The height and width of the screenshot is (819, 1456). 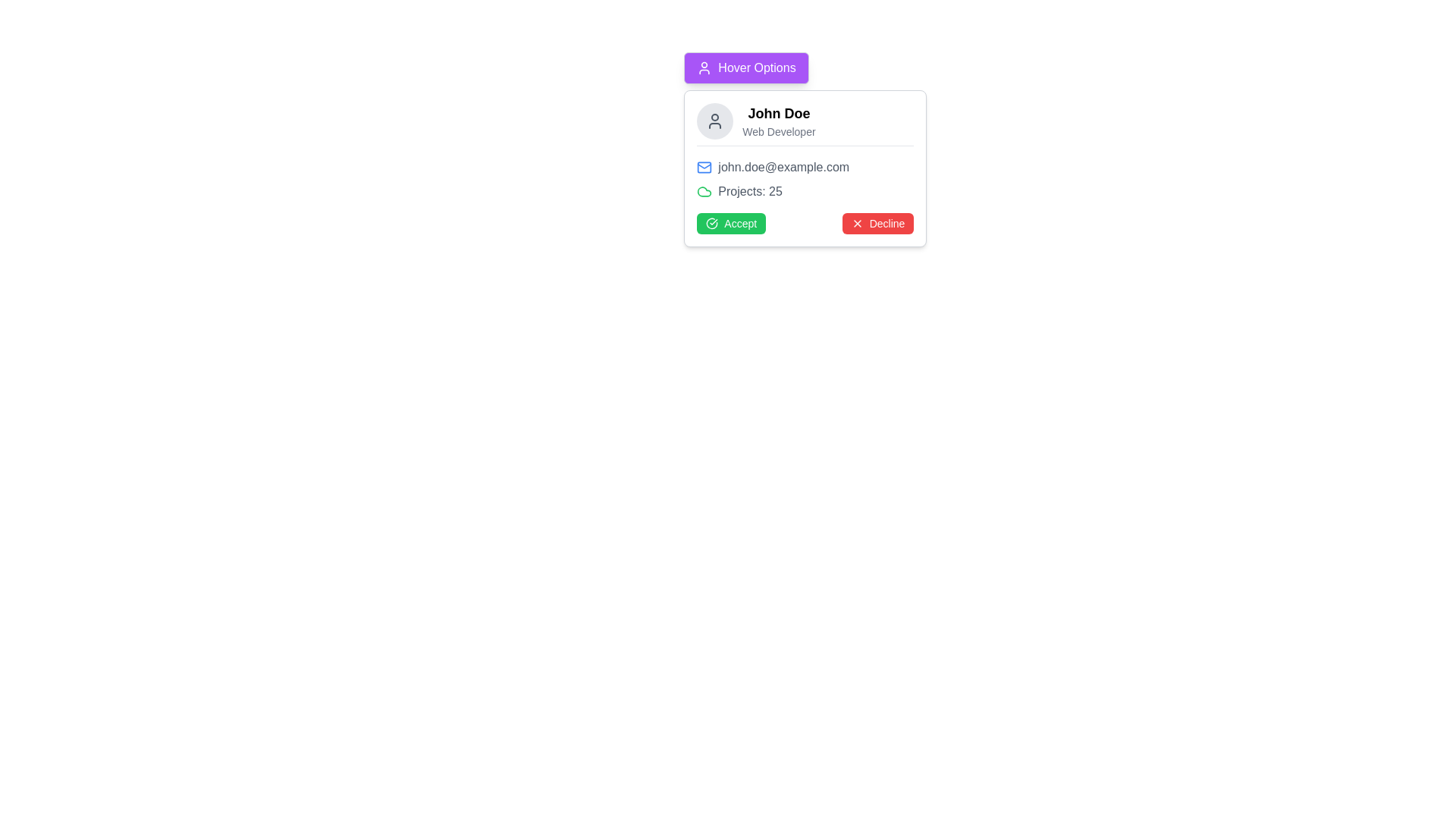 I want to click on the user profile icon, which is a minimalist circular head and shoulders outline, located at the start of the 'Hover Options' button, so click(x=704, y=67).